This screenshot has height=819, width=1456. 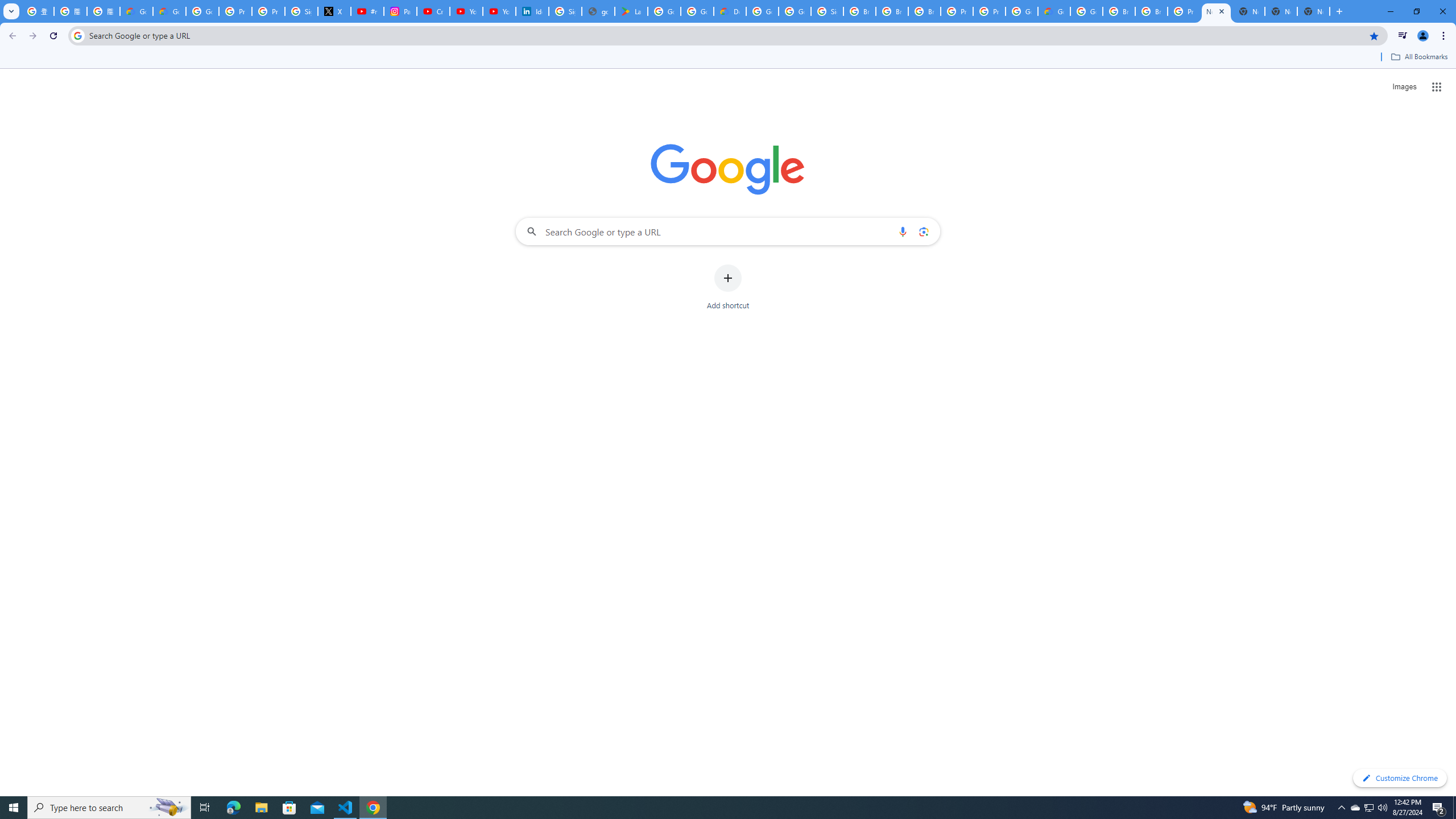 What do you see at coordinates (1400, 777) in the screenshot?
I see `'Customize Chrome'` at bounding box center [1400, 777].